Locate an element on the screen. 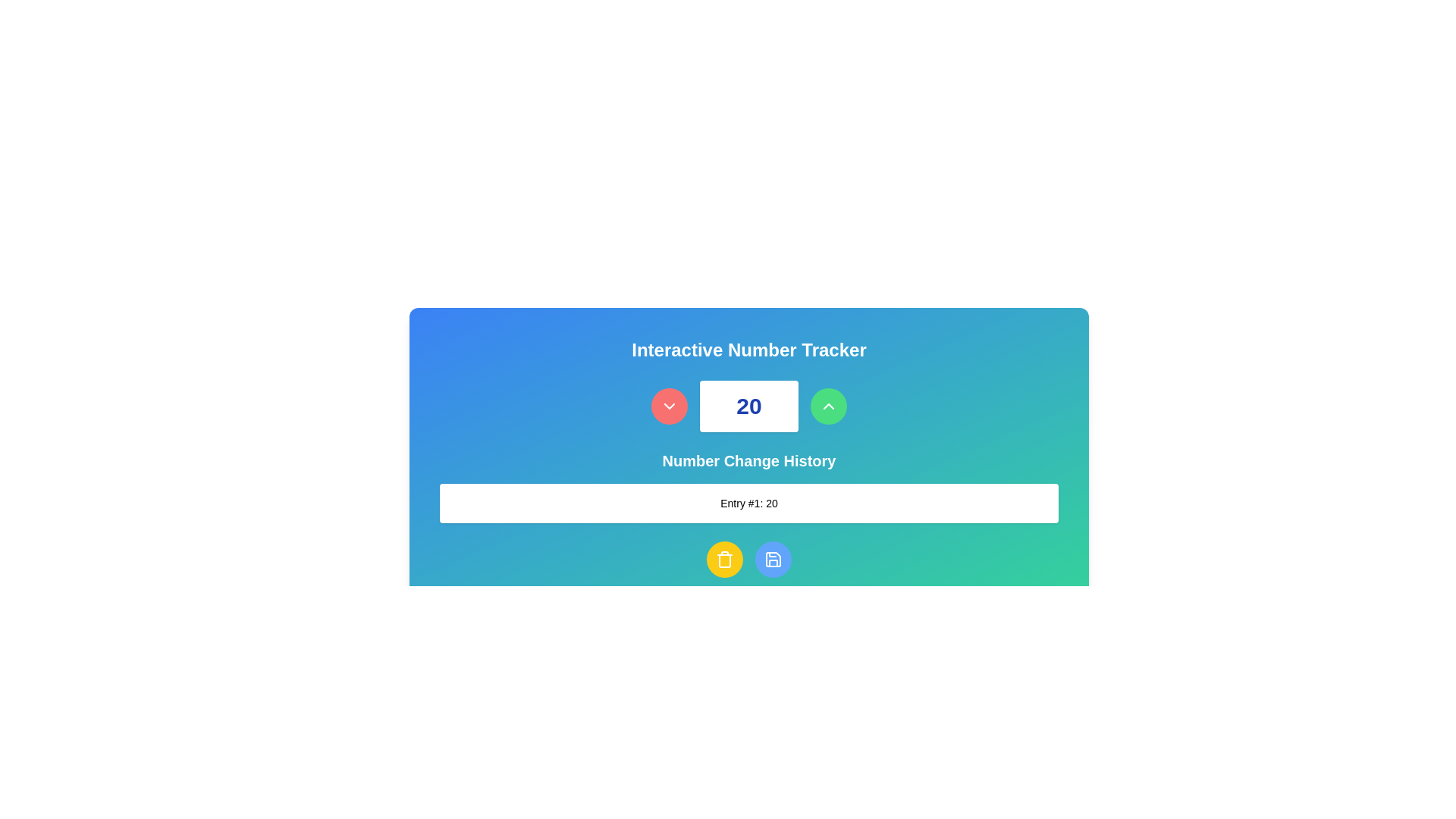 Image resolution: width=1456 pixels, height=819 pixels. the icon contained within the red circular button to the left of the central numeric input field is located at coordinates (669, 406).